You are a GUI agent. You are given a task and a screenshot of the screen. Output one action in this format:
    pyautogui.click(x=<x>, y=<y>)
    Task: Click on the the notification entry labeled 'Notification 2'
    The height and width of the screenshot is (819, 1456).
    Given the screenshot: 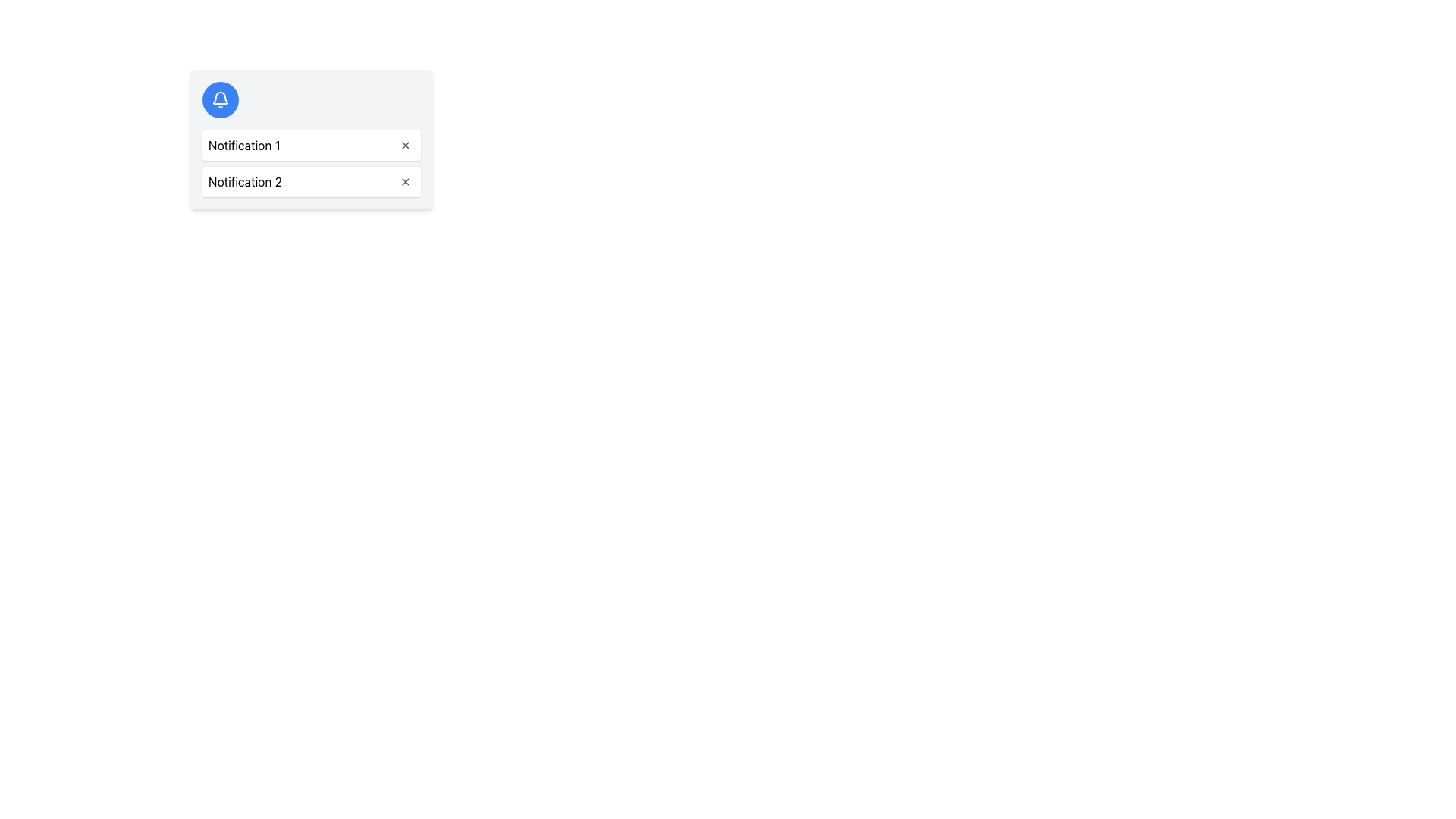 What is the action you would take?
    pyautogui.click(x=311, y=180)
    